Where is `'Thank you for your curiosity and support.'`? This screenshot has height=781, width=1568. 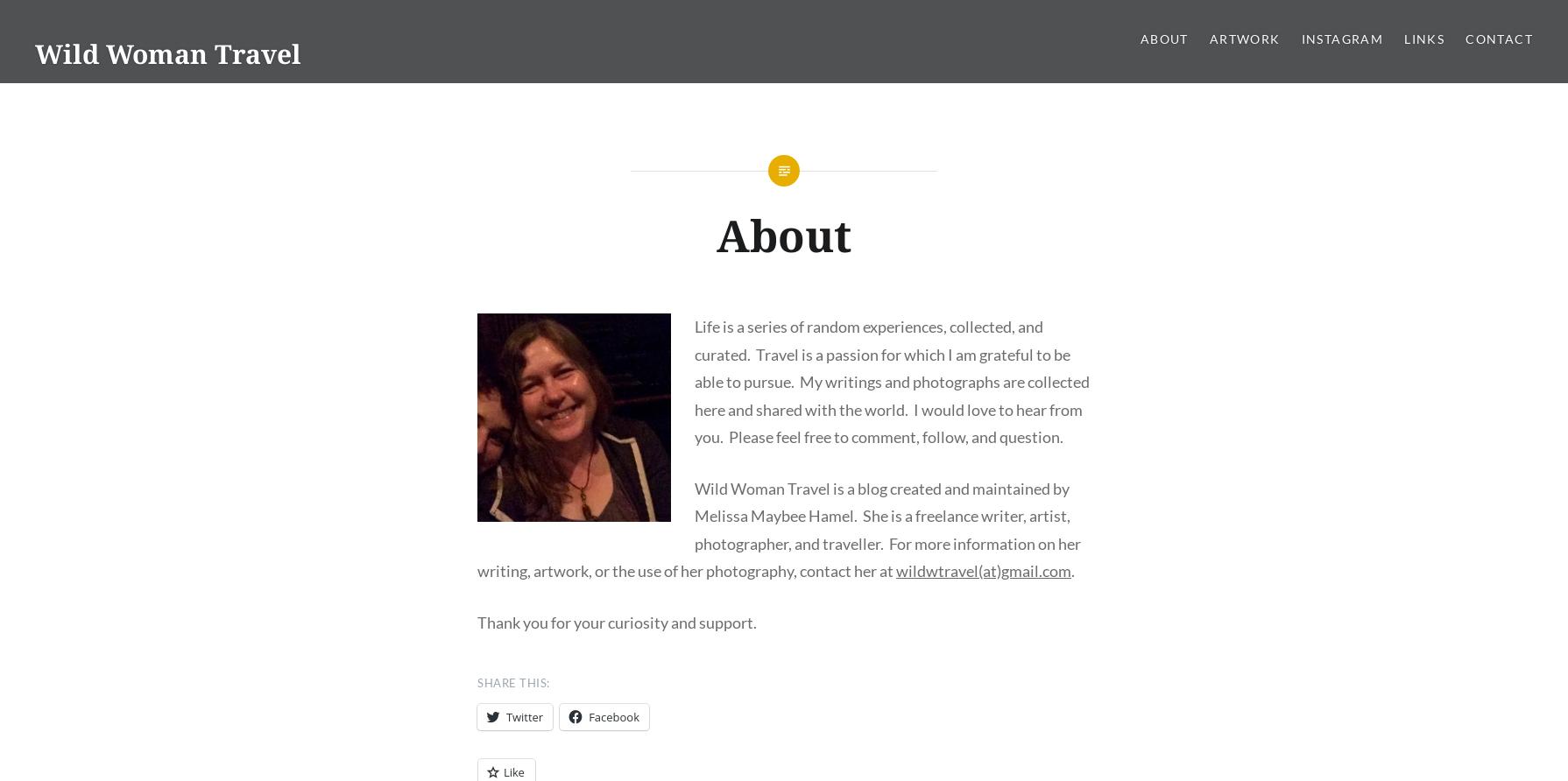 'Thank you for your curiosity and support.' is located at coordinates (616, 622).